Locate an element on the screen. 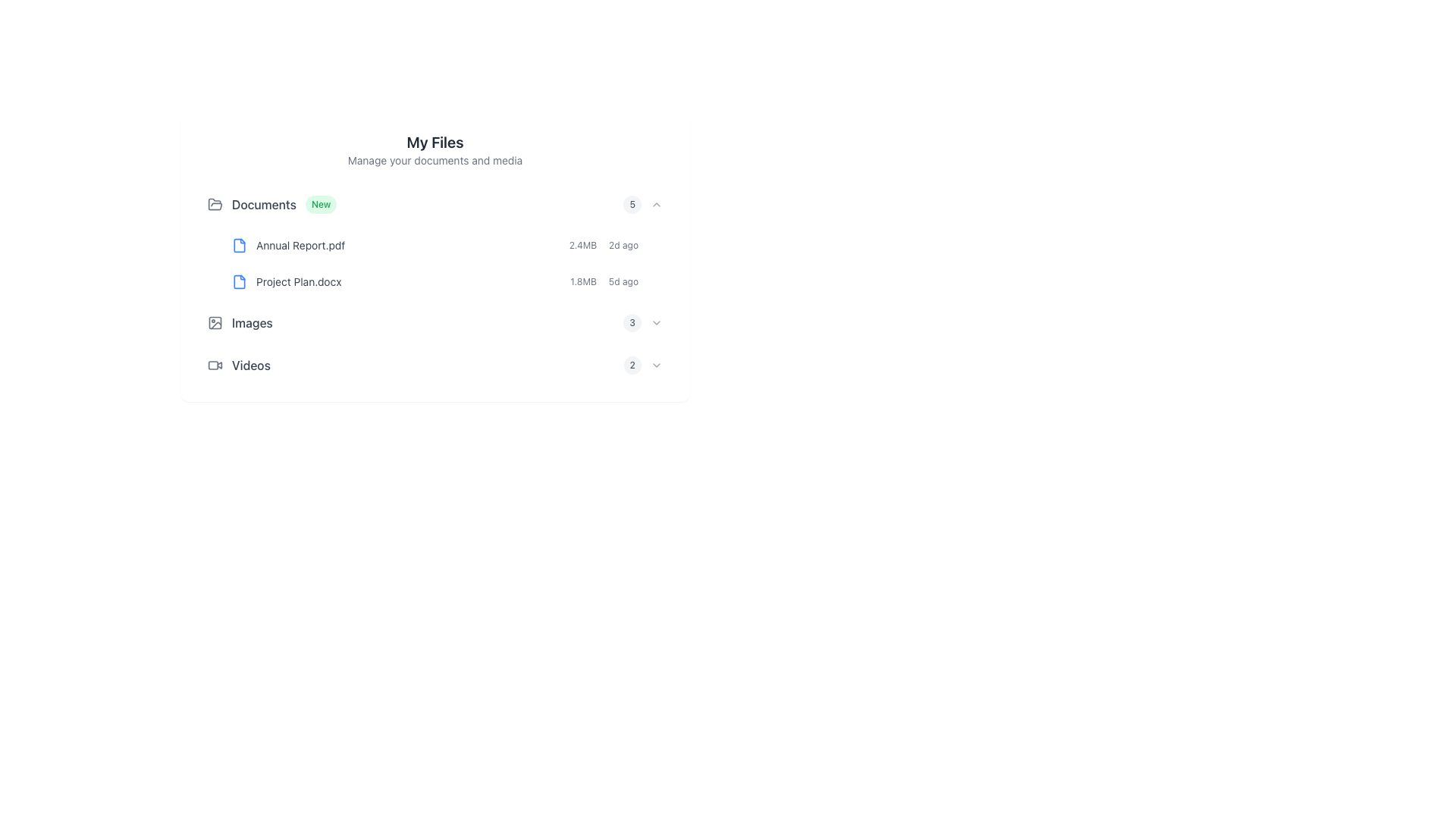 This screenshot has width=1456, height=819. the 'Images' Label, which is styled with medium font weight and gray color, located between the 'Documents' and 'Videos' sections is located at coordinates (252, 322).